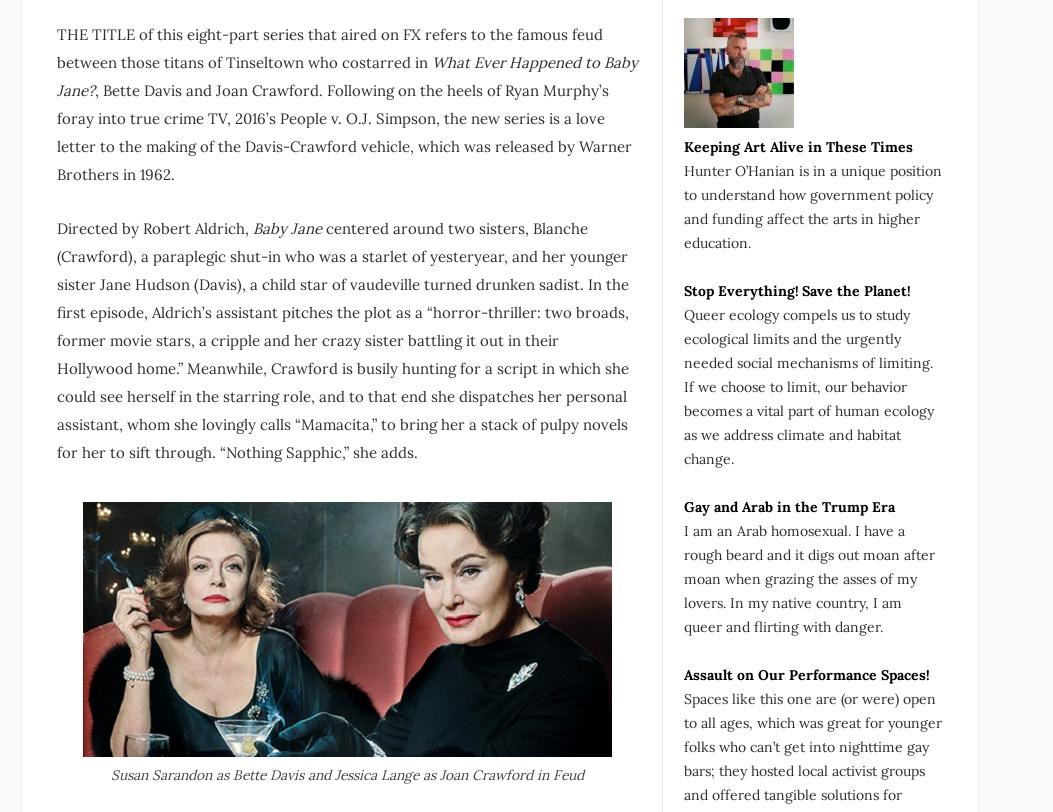 This screenshot has width=1053, height=812. Describe the element at coordinates (788, 505) in the screenshot. I see `'Gay and Arab in the Trump Era'` at that location.